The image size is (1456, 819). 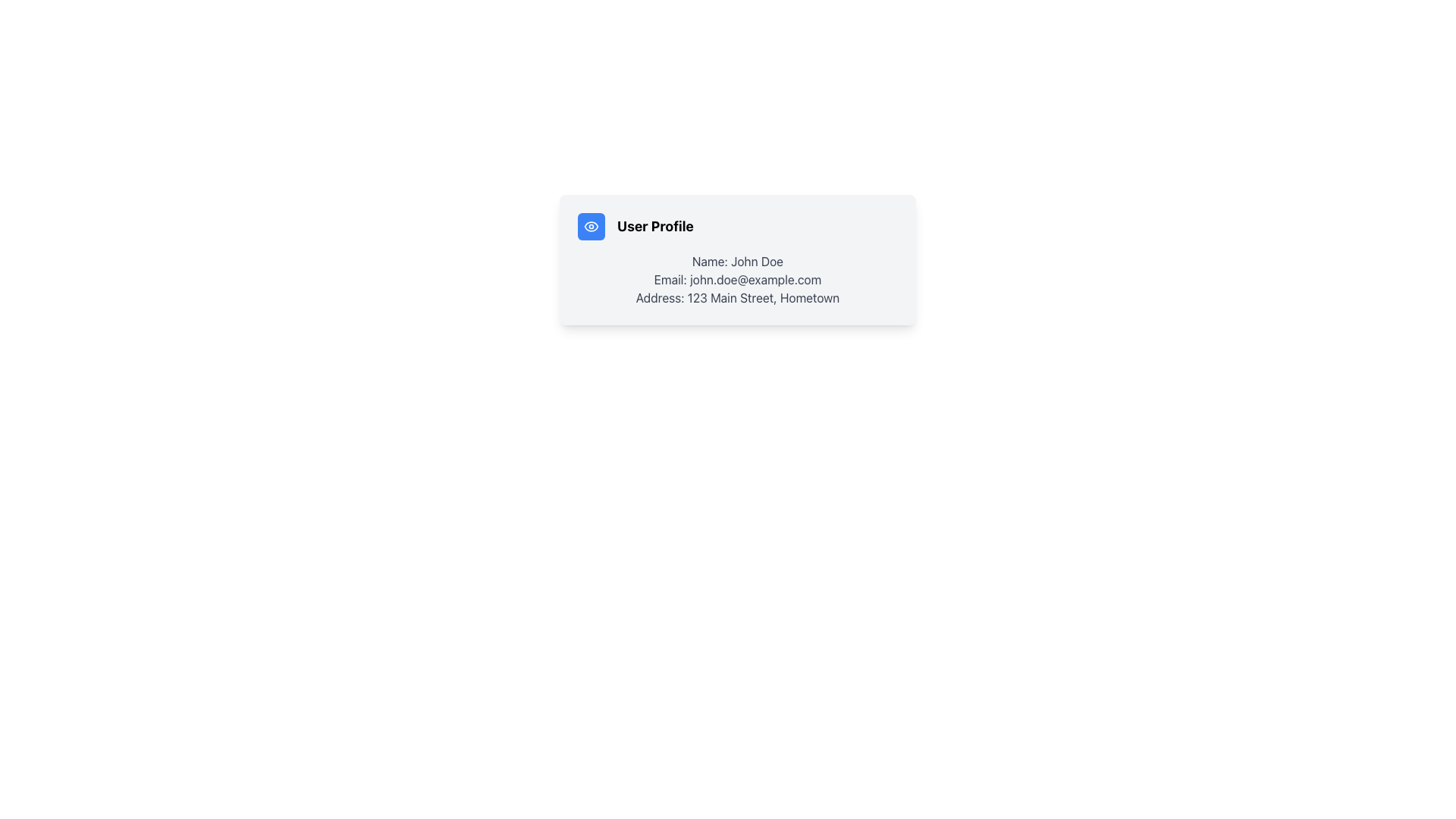 I want to click on the Text Block that presents user-related information, located centrally below the 'User Profile' title, so click(x=738, y=280).